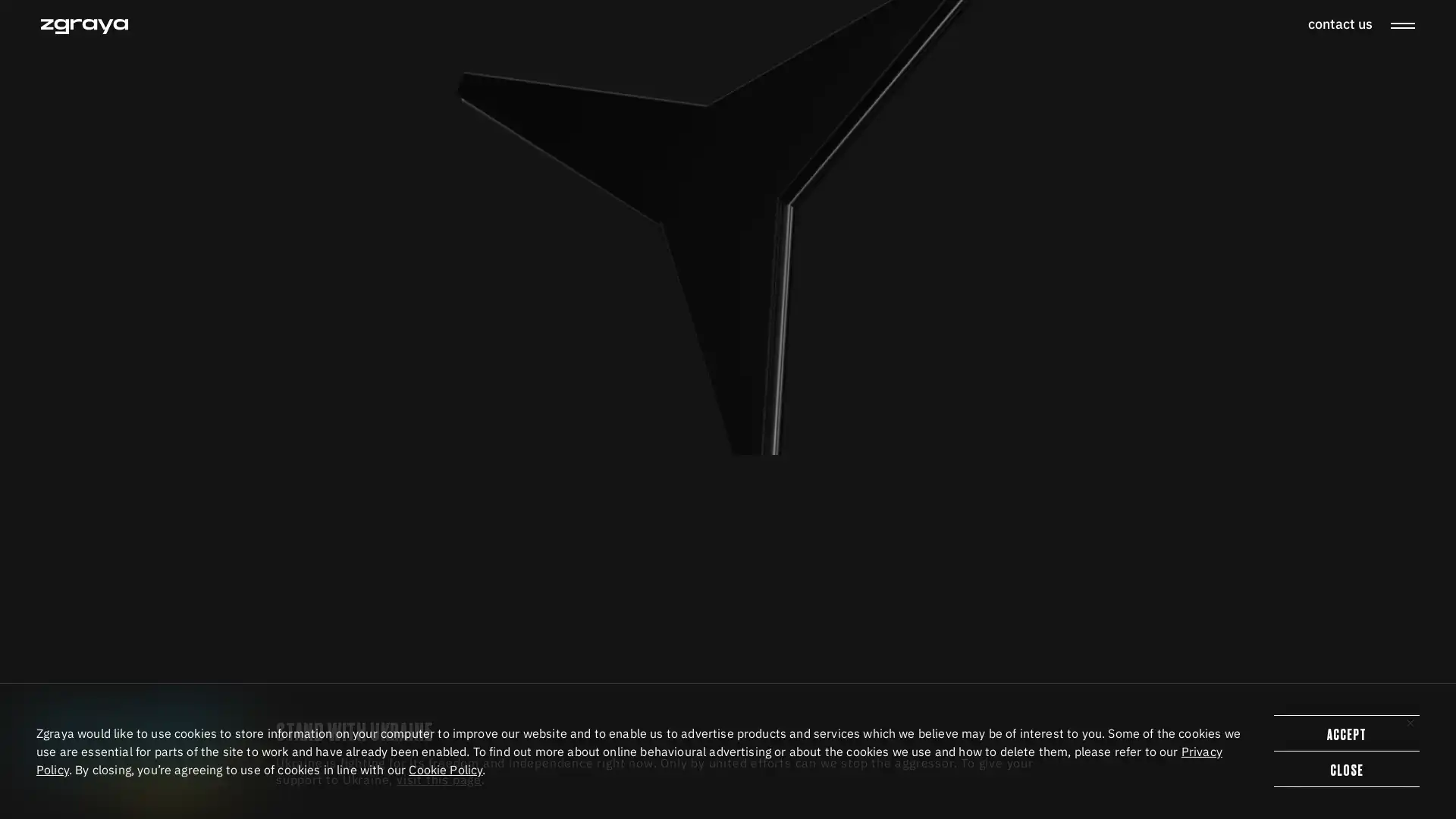  Describe the element at coordinates (1347, 733) in the screenshot. I see `allow cookies` at that location.